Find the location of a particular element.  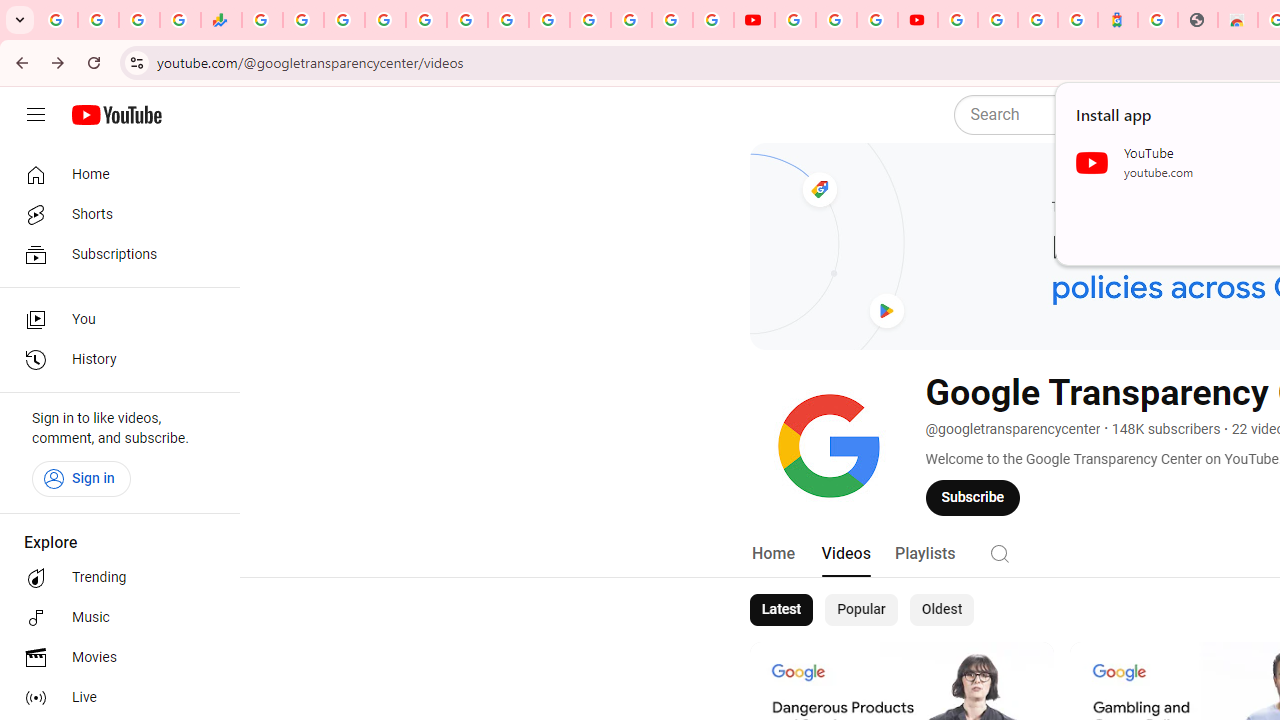

'History' is located at coordinates (112, 360).